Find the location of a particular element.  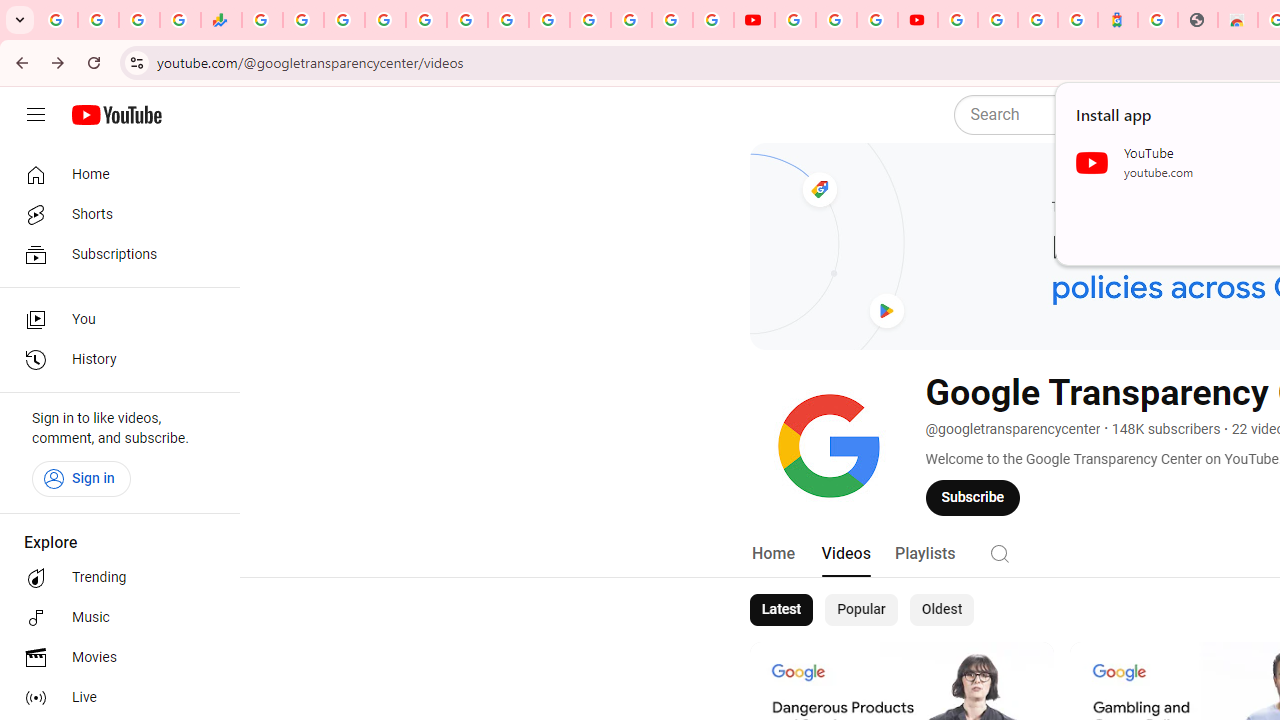

'History' is located at coordinates (112, 360).